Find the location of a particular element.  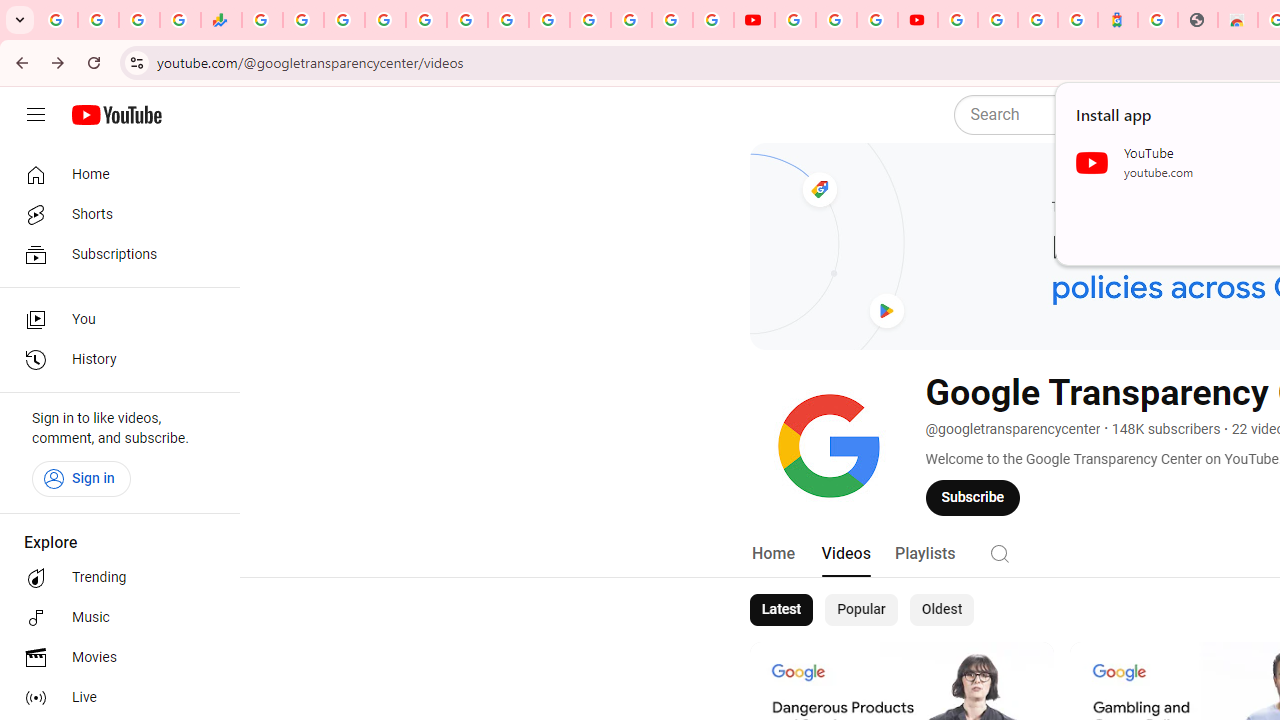

'History' is located at coordinates (112, 360).